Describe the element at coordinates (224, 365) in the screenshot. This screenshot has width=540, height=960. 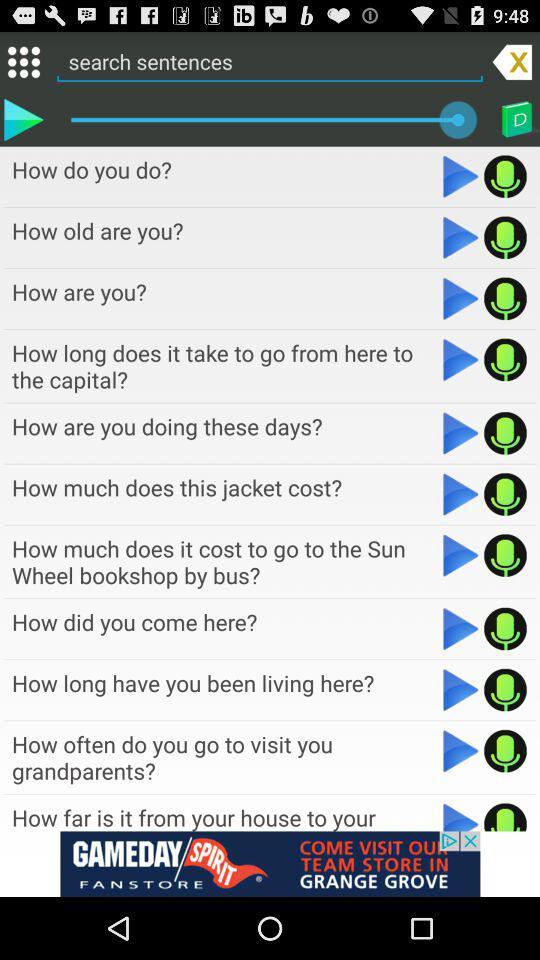
I see `the top of the 4th audio column` at that location.